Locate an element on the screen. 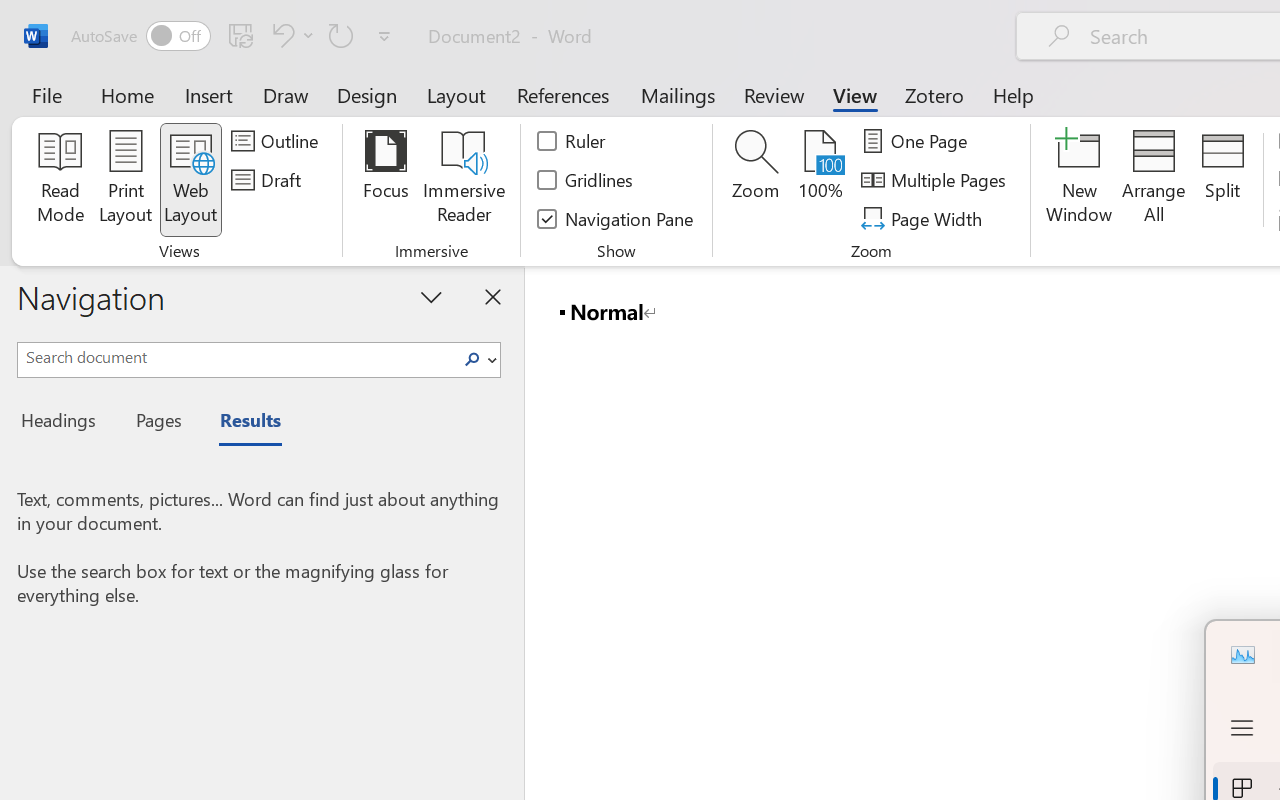 This screenshot has width=1280, height=800. 'Search' is located at coordinates (471, 360).